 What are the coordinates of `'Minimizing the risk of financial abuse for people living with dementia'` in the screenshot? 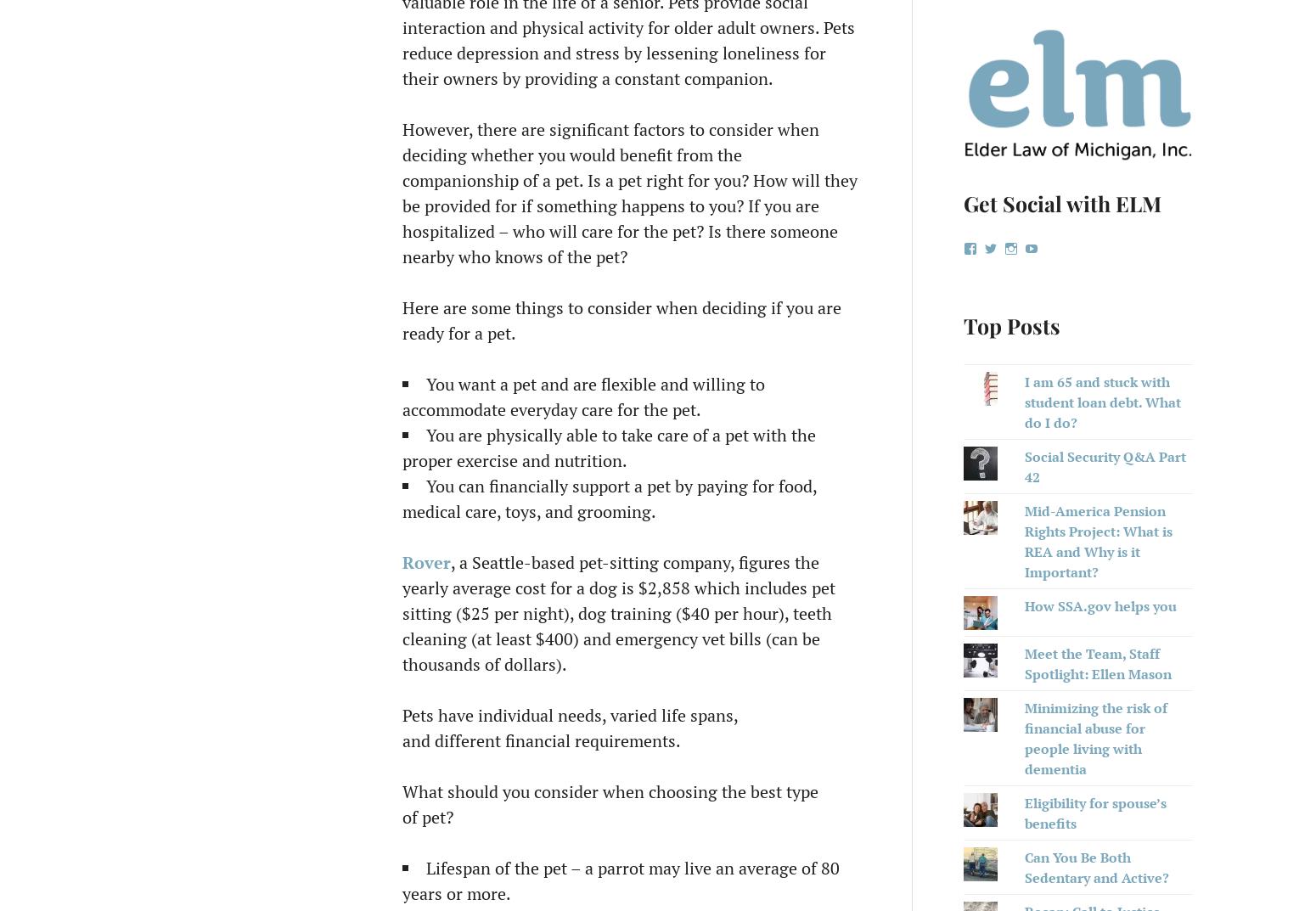 It's located at (1094, 737).